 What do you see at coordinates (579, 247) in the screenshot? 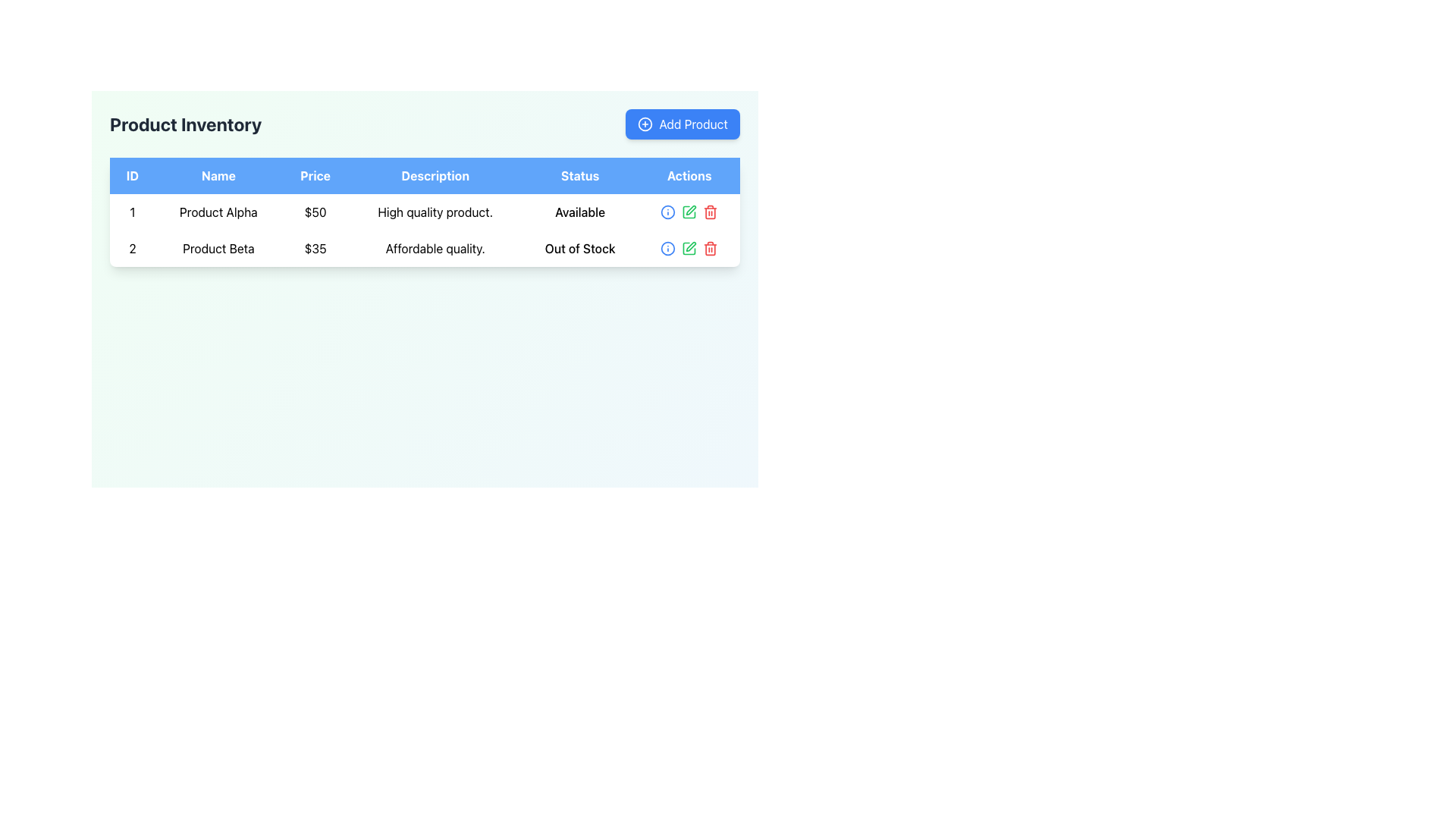
I see `the text label indicating the stock status of 'Product Beta', which shows that the product is currently not available for purchase` at bounding box center [579, 247].